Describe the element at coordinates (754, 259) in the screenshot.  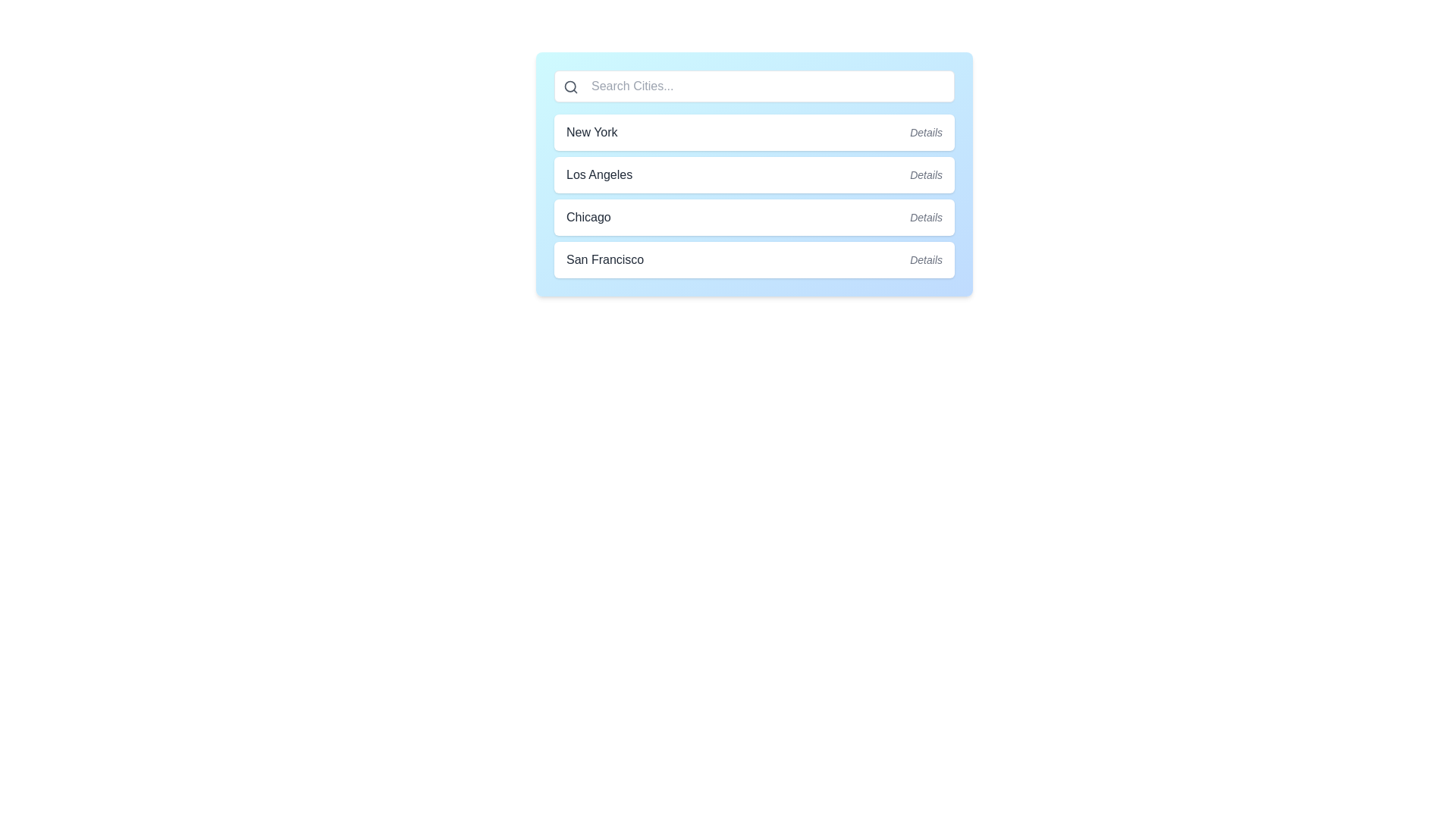
I see `the interactive list item labeled 'San Francisco'` at that location.